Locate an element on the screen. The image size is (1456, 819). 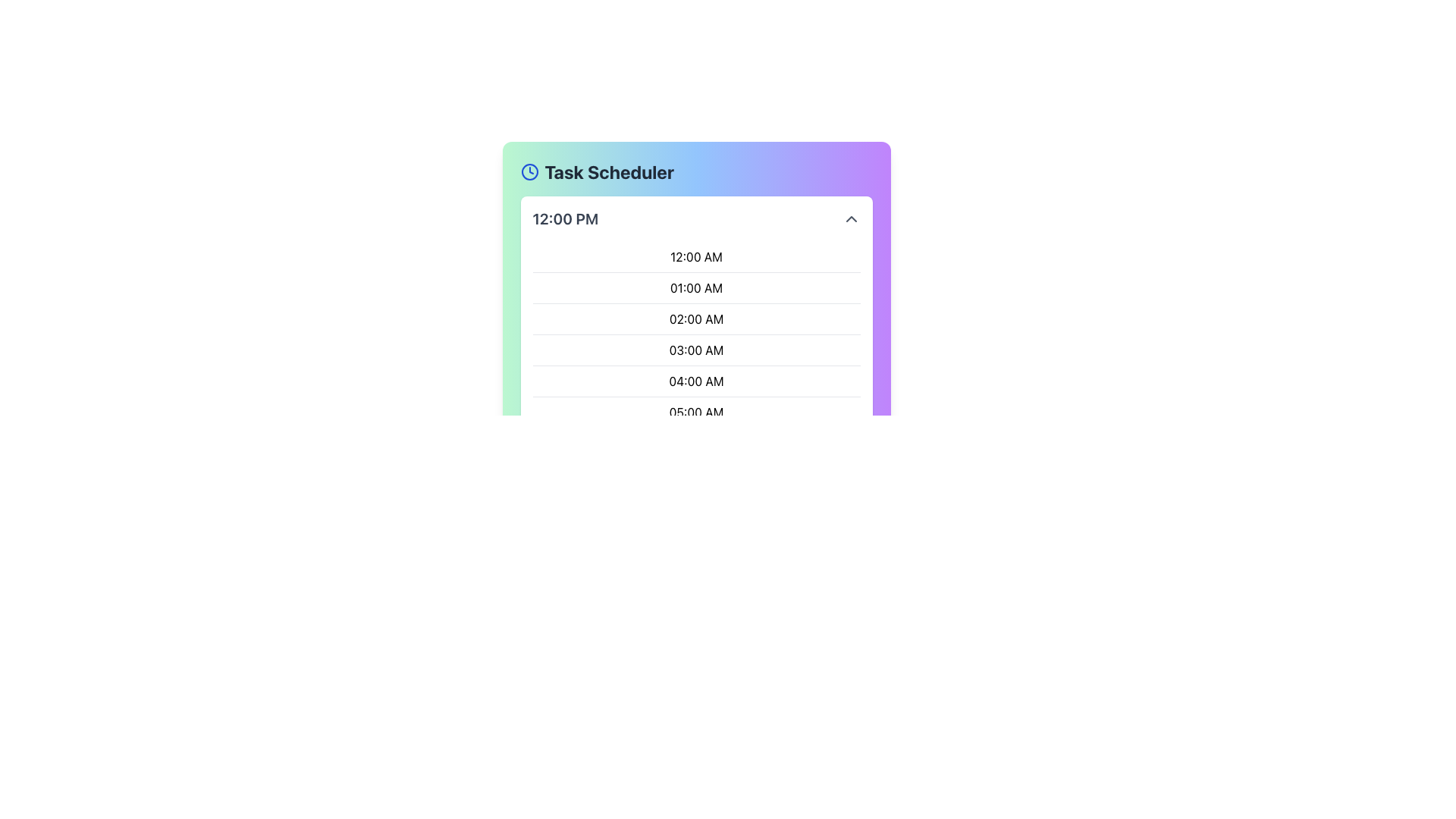
the text element displaying '12:00 PM' in a large, bold, dark gray font located in the top-left section of the schedule interface is located at coordinates (564, 219).